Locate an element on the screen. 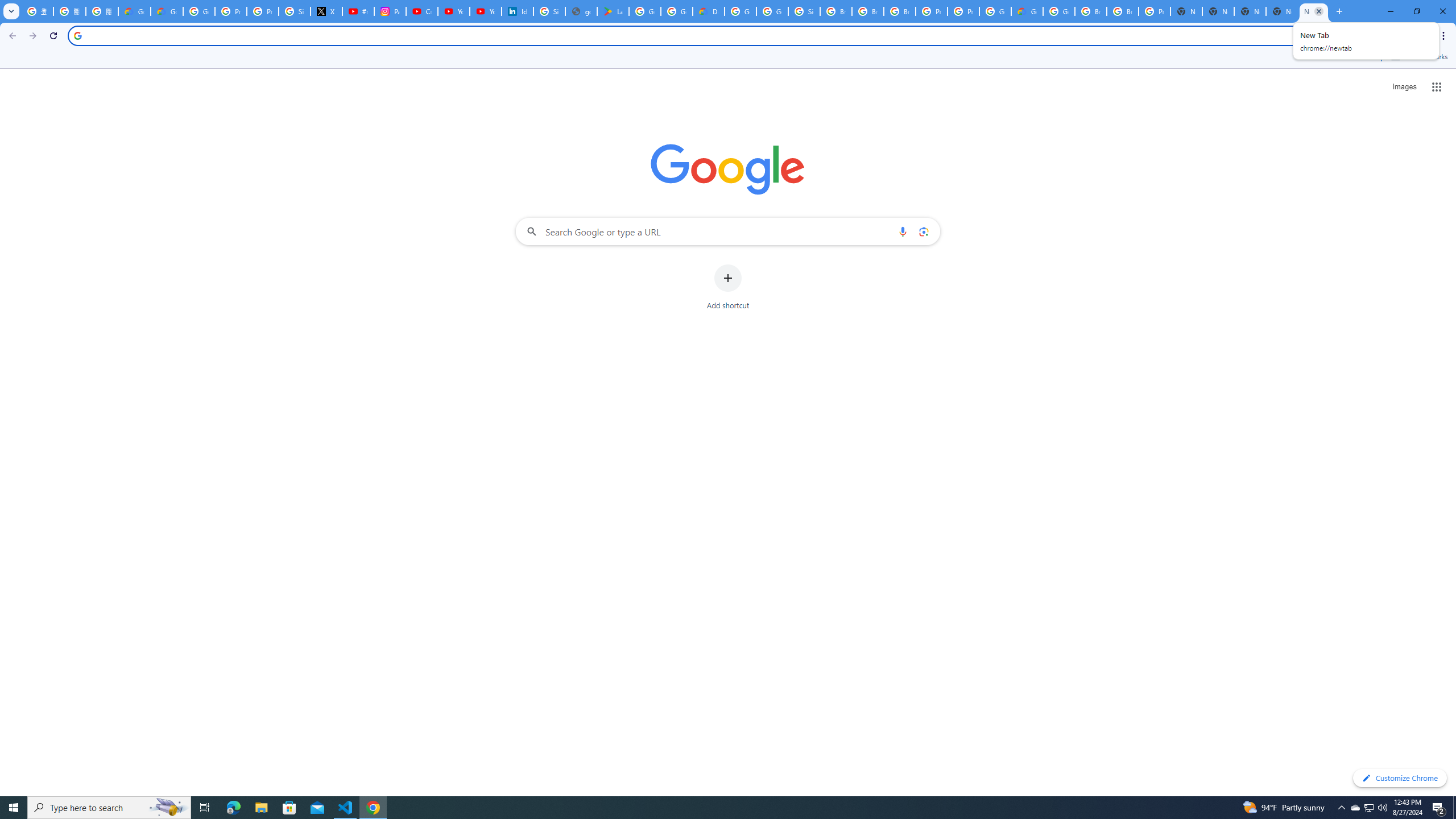 This screenshot has height=819, width=1456. 'Search by voice' is located at coordinates (902, 230).